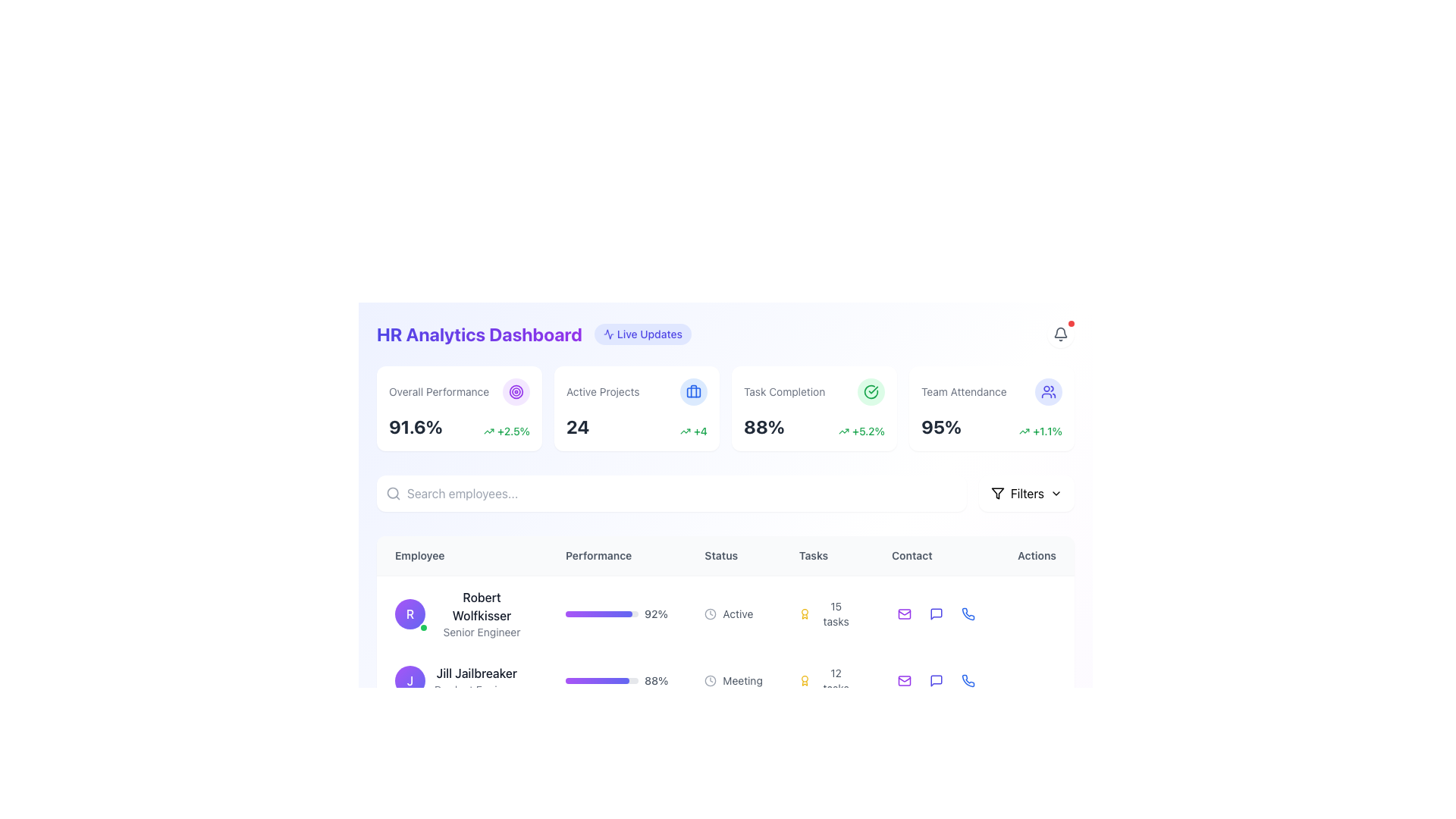  Describe the element at coordinates (617, 680) in the screenshot. I see `the Performance indicator progress bar for user 'Jill Jailbreaker', which displays '88%'` at that location.